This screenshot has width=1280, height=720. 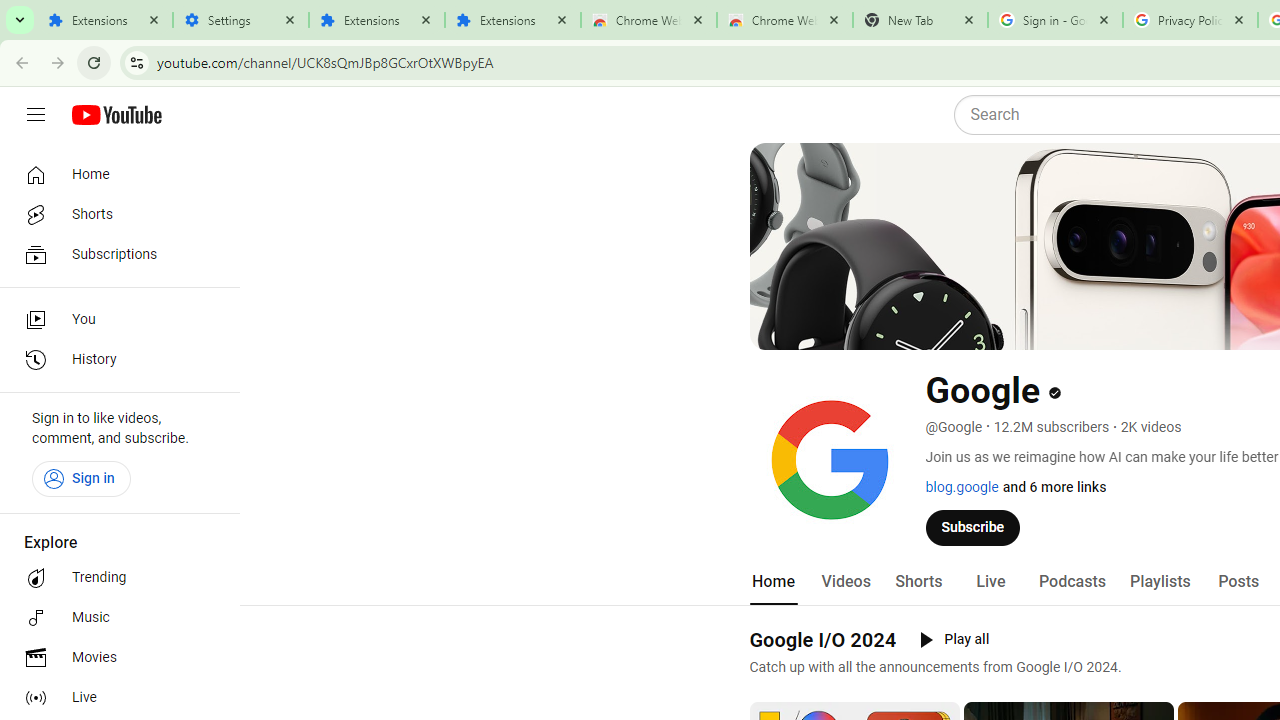 I want to click on 'blog.google', so click(x=961, y=487).